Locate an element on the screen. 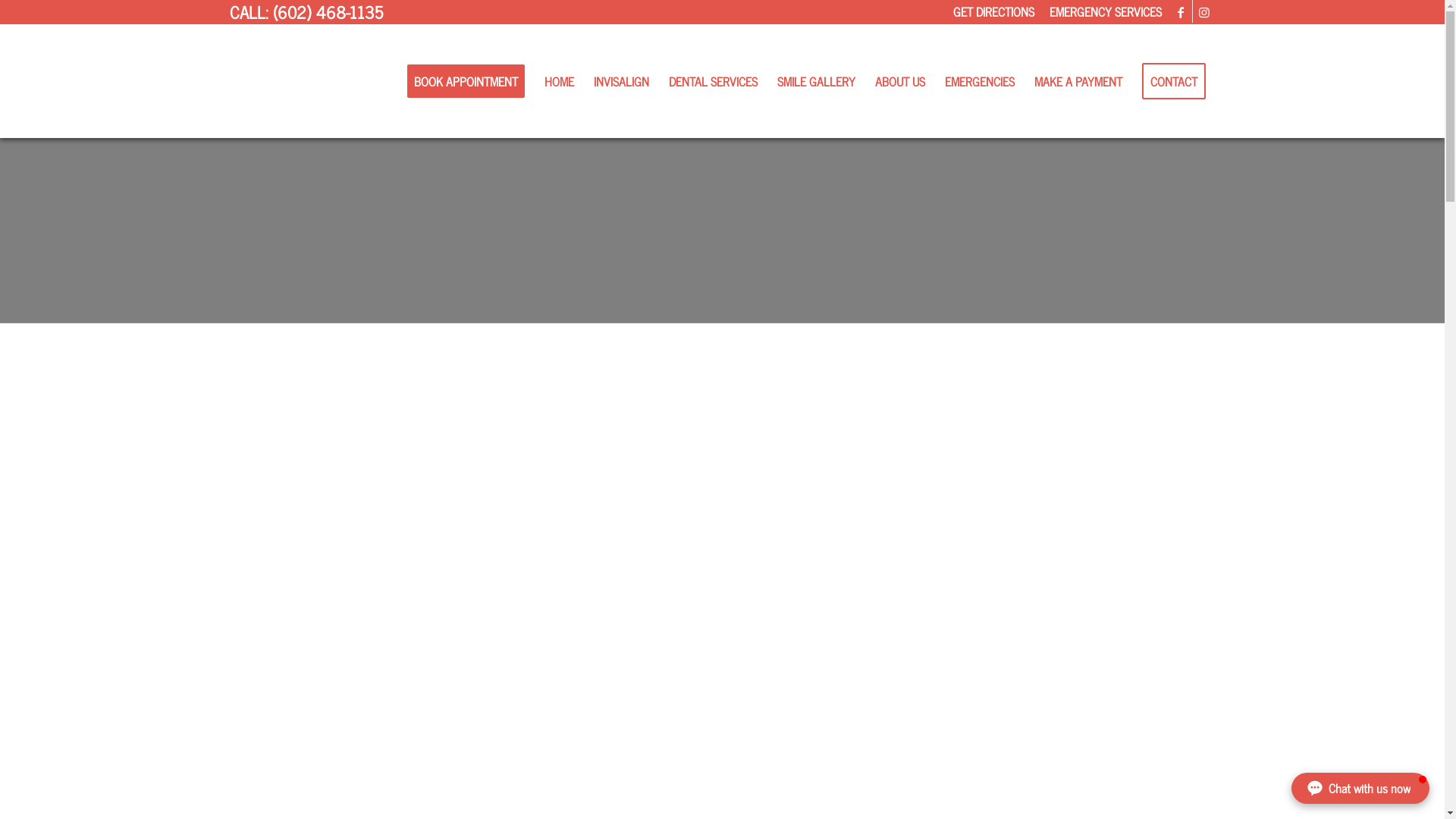  'Chat with us now' is located at coordinates (1360, 787).